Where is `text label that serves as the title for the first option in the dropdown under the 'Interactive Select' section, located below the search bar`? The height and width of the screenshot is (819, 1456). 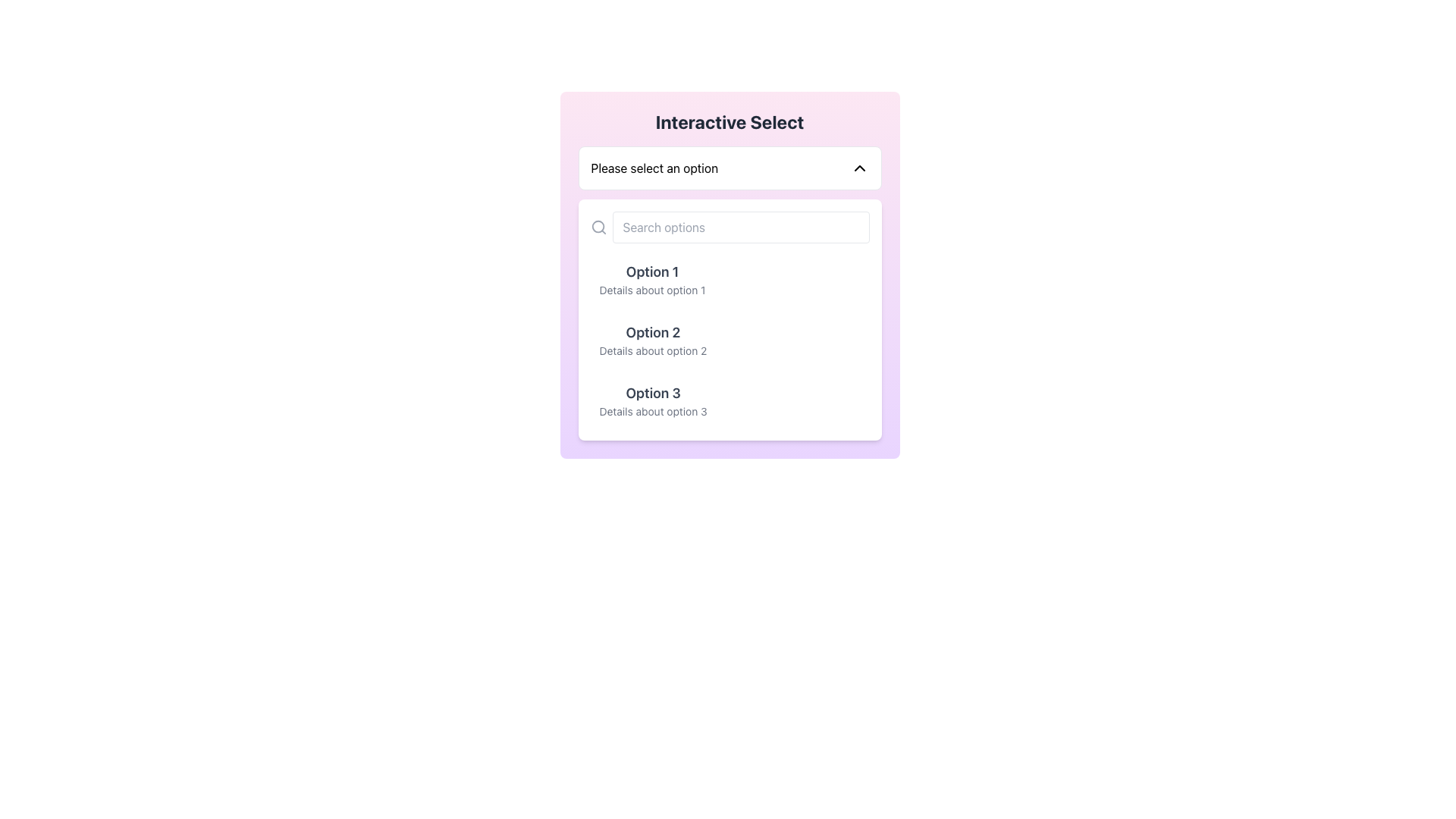 text label that serves as the title for the first option in the dropdown under the 'Interactive Select' section, located below the search bar is located at coordinates (652, 271).